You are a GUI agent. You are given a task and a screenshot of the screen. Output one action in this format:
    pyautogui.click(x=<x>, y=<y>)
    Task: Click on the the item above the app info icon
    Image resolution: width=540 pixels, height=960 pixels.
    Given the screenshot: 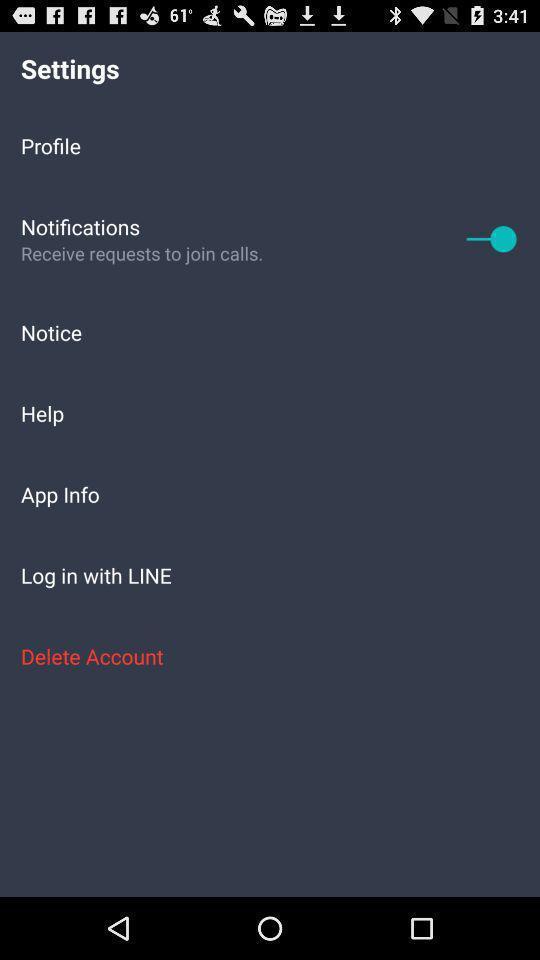 What is the action you would take?
    pyautogui.click(x=270, y=412)
    